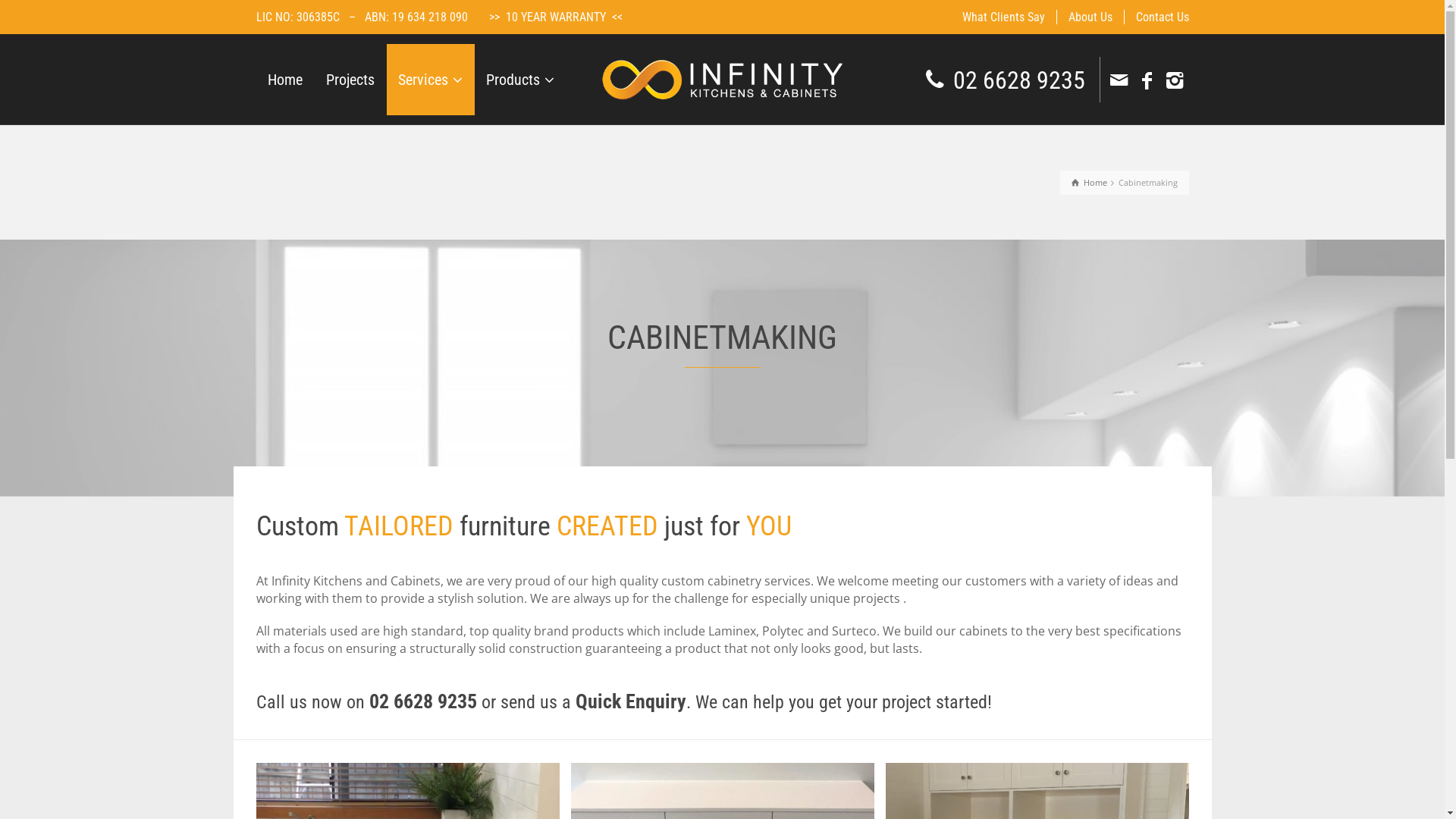 The width and height of the screenshot is (1456, 819). Describe the element at coordinates (1148, 80) in the screenshot. I see `'Facebook'` at that location.